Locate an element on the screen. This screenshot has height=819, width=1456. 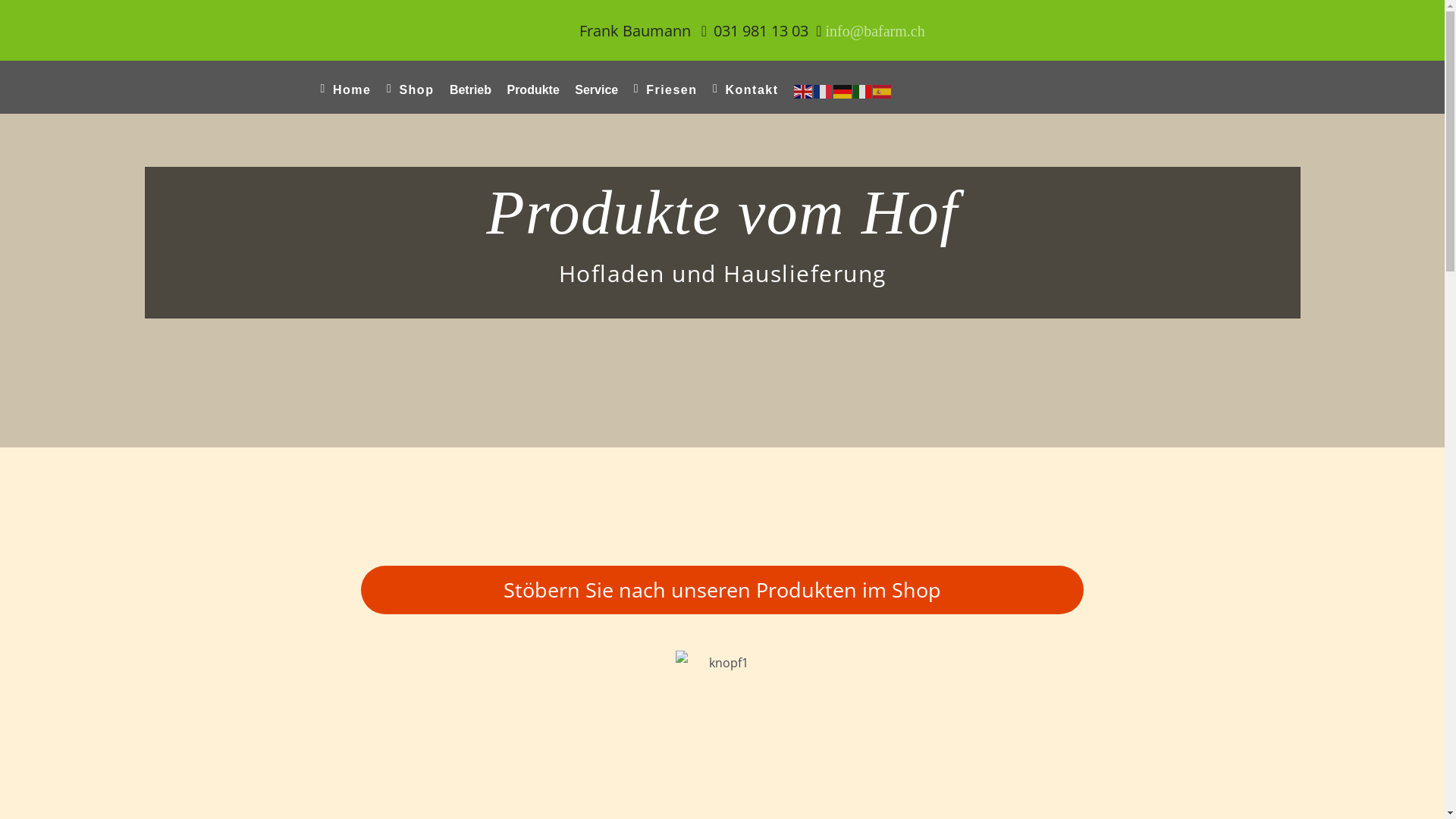
'info@bafarm.ch' is located at coordinates (875, 31).